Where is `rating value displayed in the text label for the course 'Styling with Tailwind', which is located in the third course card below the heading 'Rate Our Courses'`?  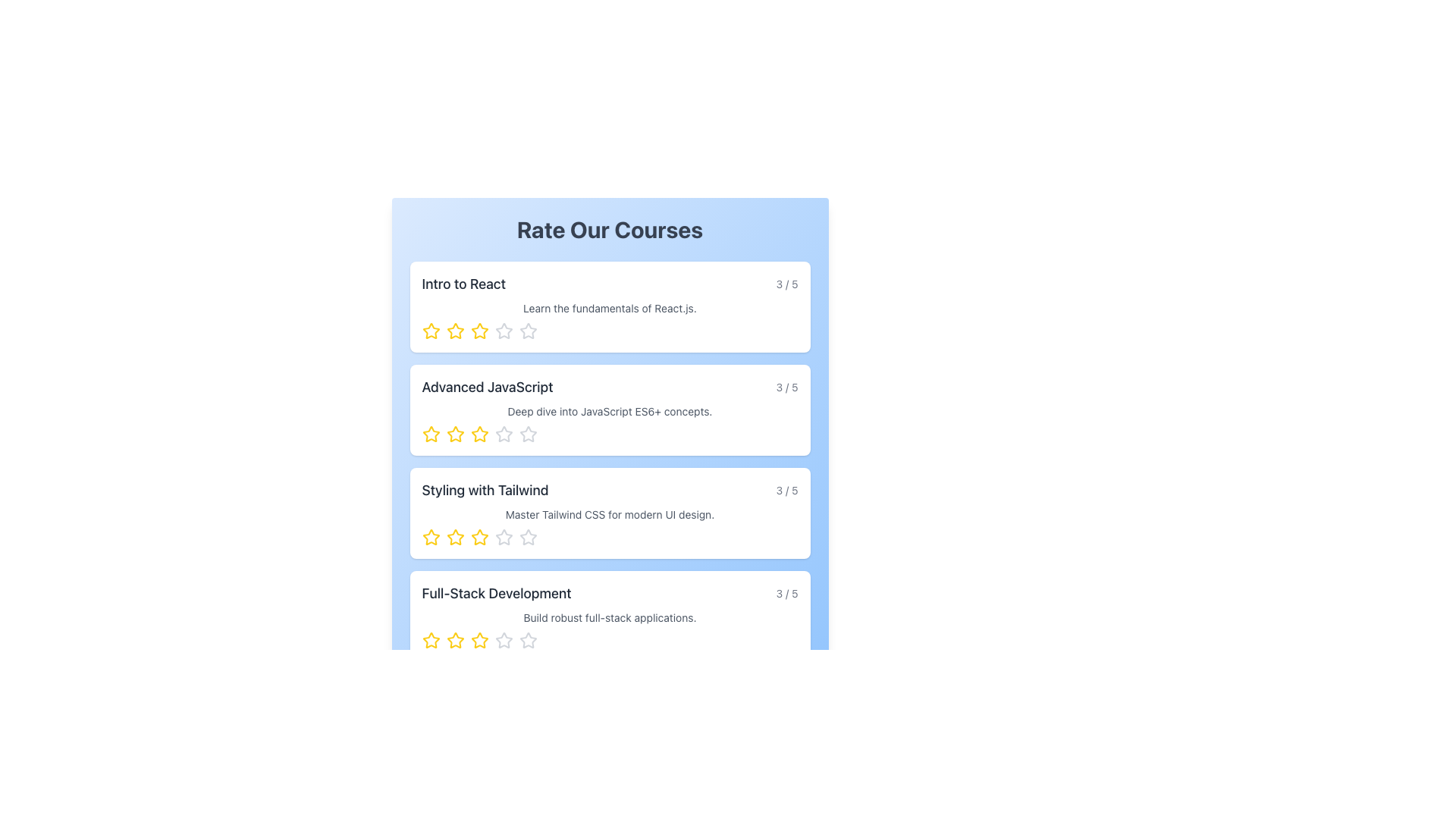
rating value displayed in the text label for the course 'Styling with Tailwind', which is located in the third course card below the heading 'Rate Our Courses' is located at coordinates (787, 491).